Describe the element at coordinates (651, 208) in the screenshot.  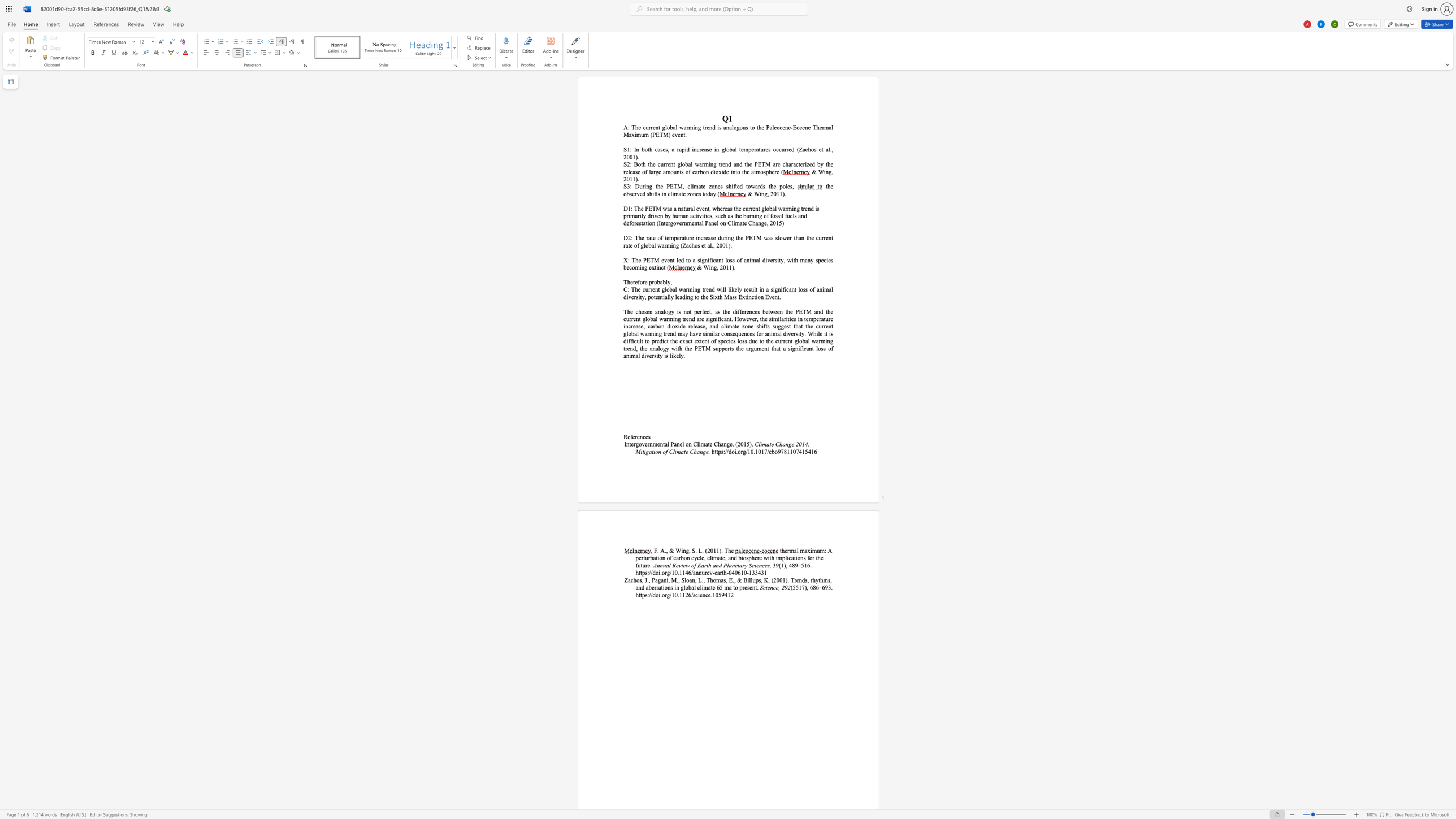
I see `the space between the continuous character "E" and "T" in the text` at that location.